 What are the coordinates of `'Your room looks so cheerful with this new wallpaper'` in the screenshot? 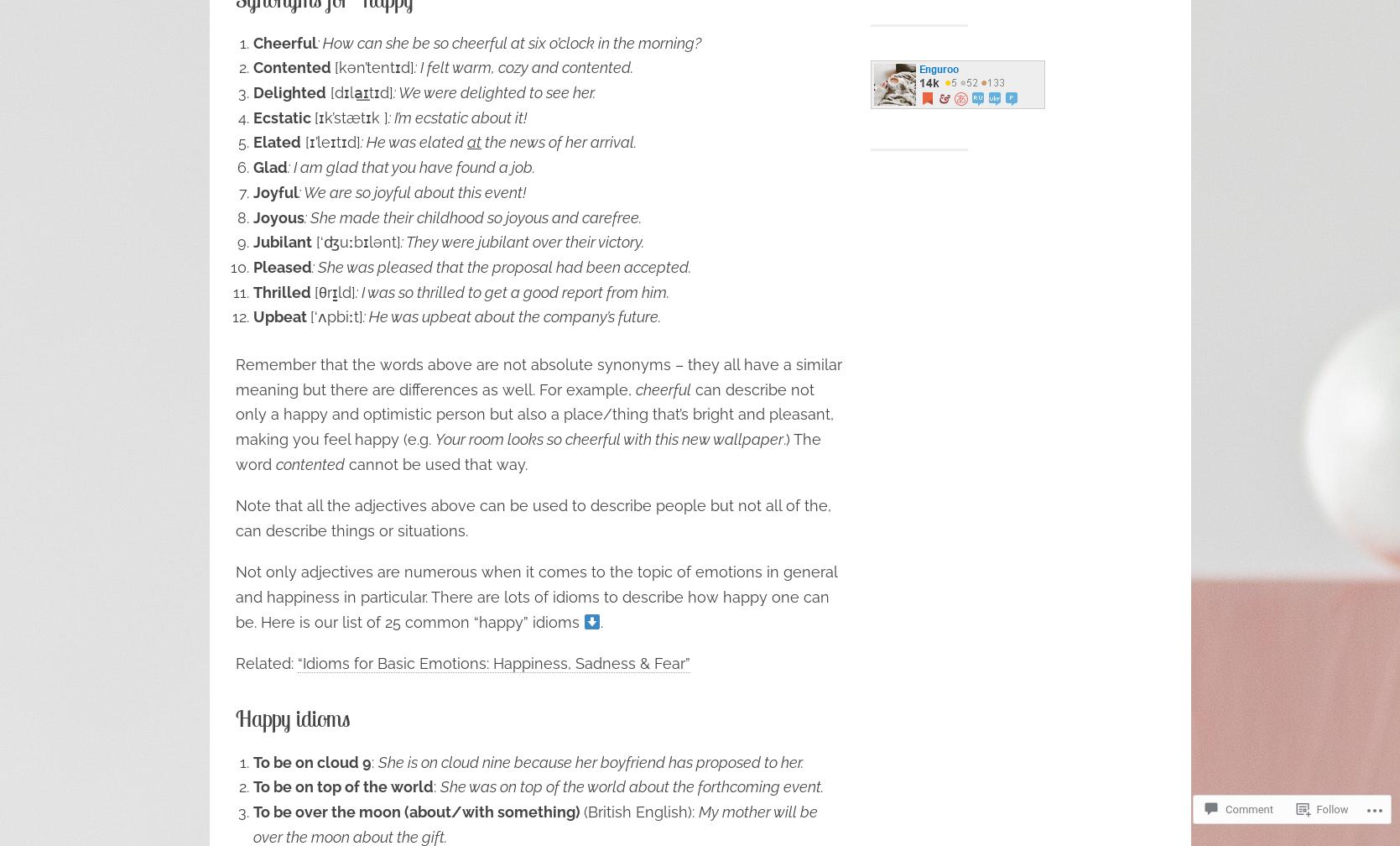 It's located at (607, 439).